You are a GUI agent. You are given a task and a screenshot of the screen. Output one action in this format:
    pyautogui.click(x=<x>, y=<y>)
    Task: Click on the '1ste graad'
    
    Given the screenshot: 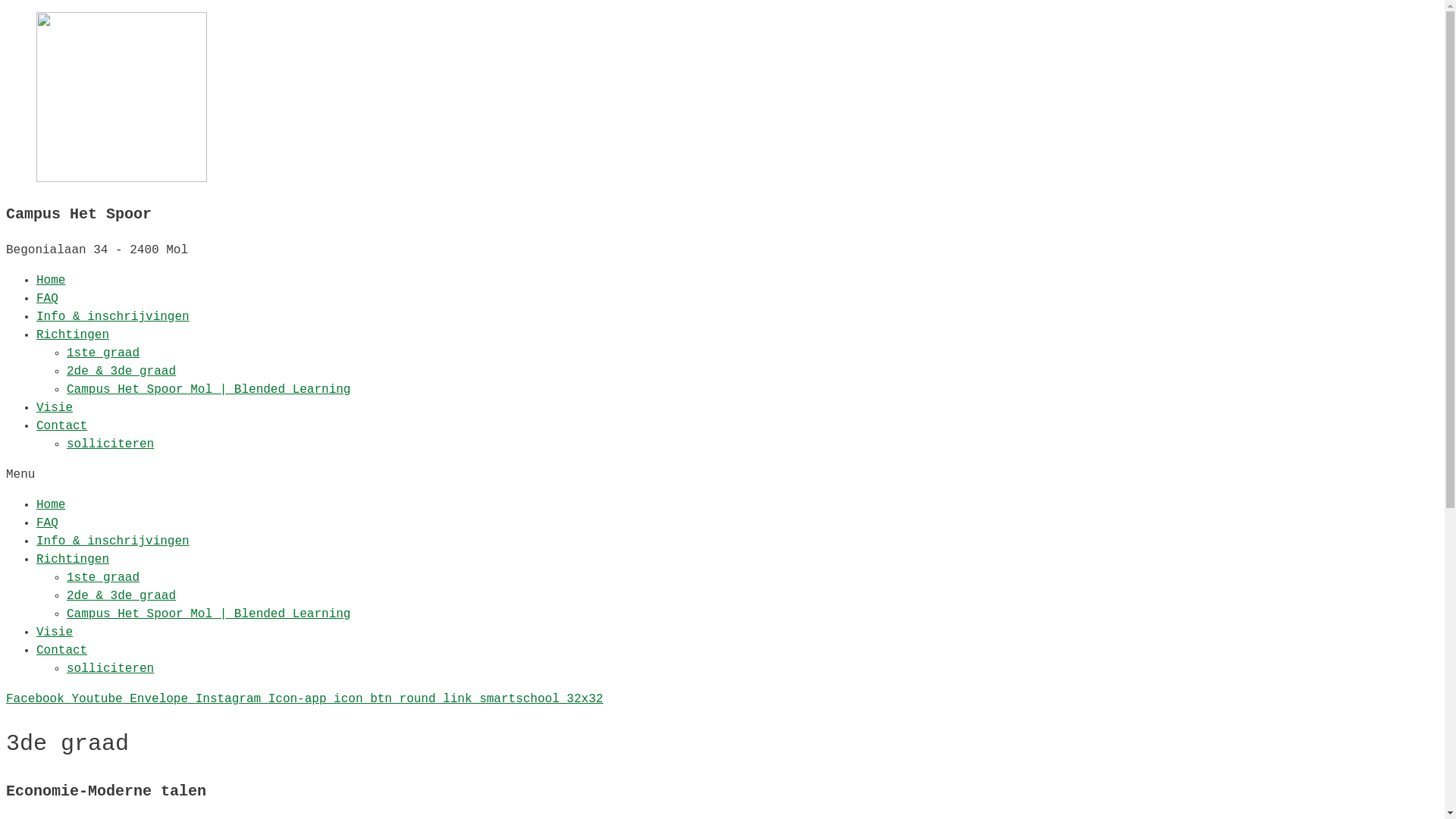 What is the action you would take?
    pyautogui.click(x=102, y=578)
    